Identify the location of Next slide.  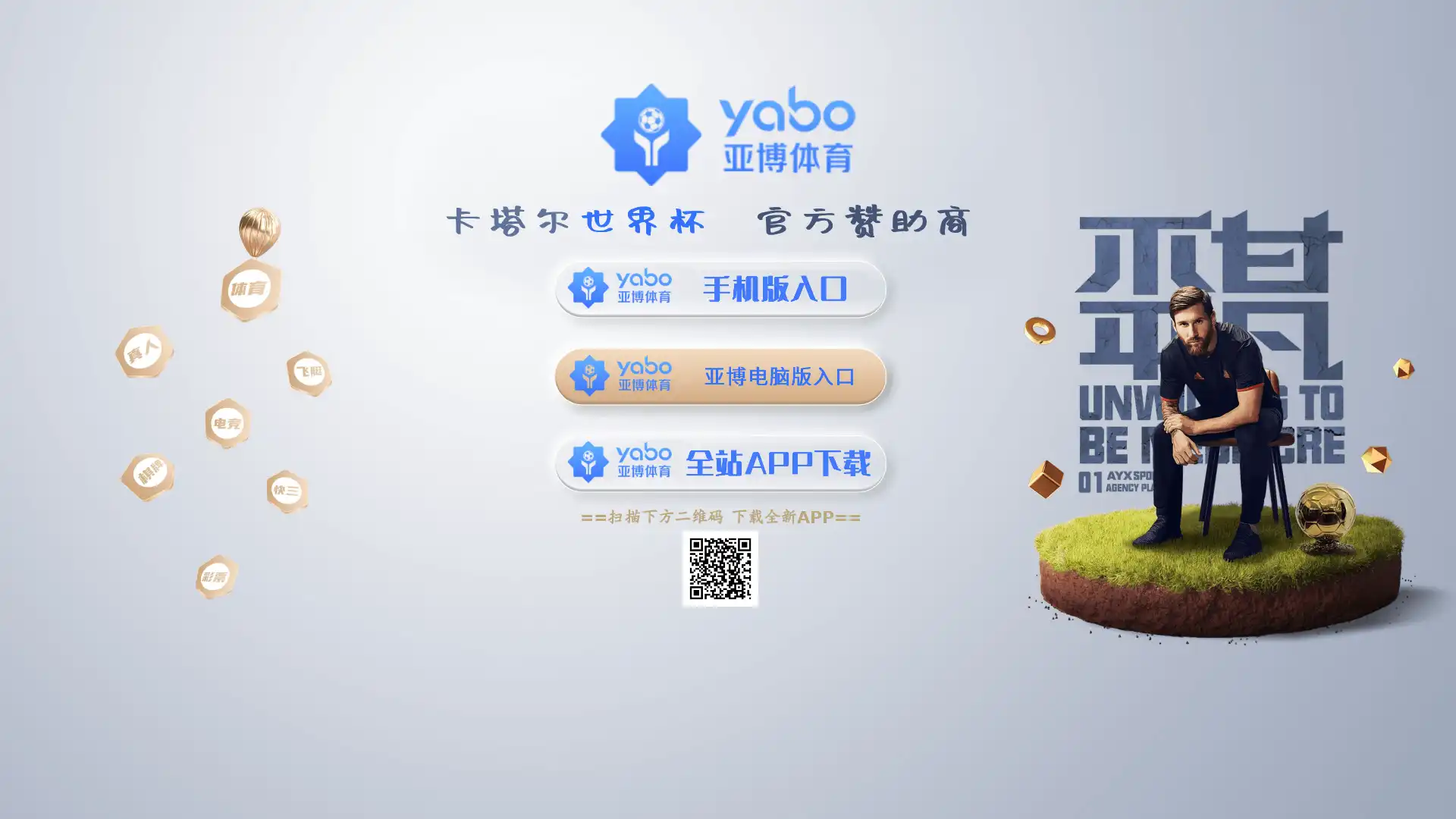
(709, 769).